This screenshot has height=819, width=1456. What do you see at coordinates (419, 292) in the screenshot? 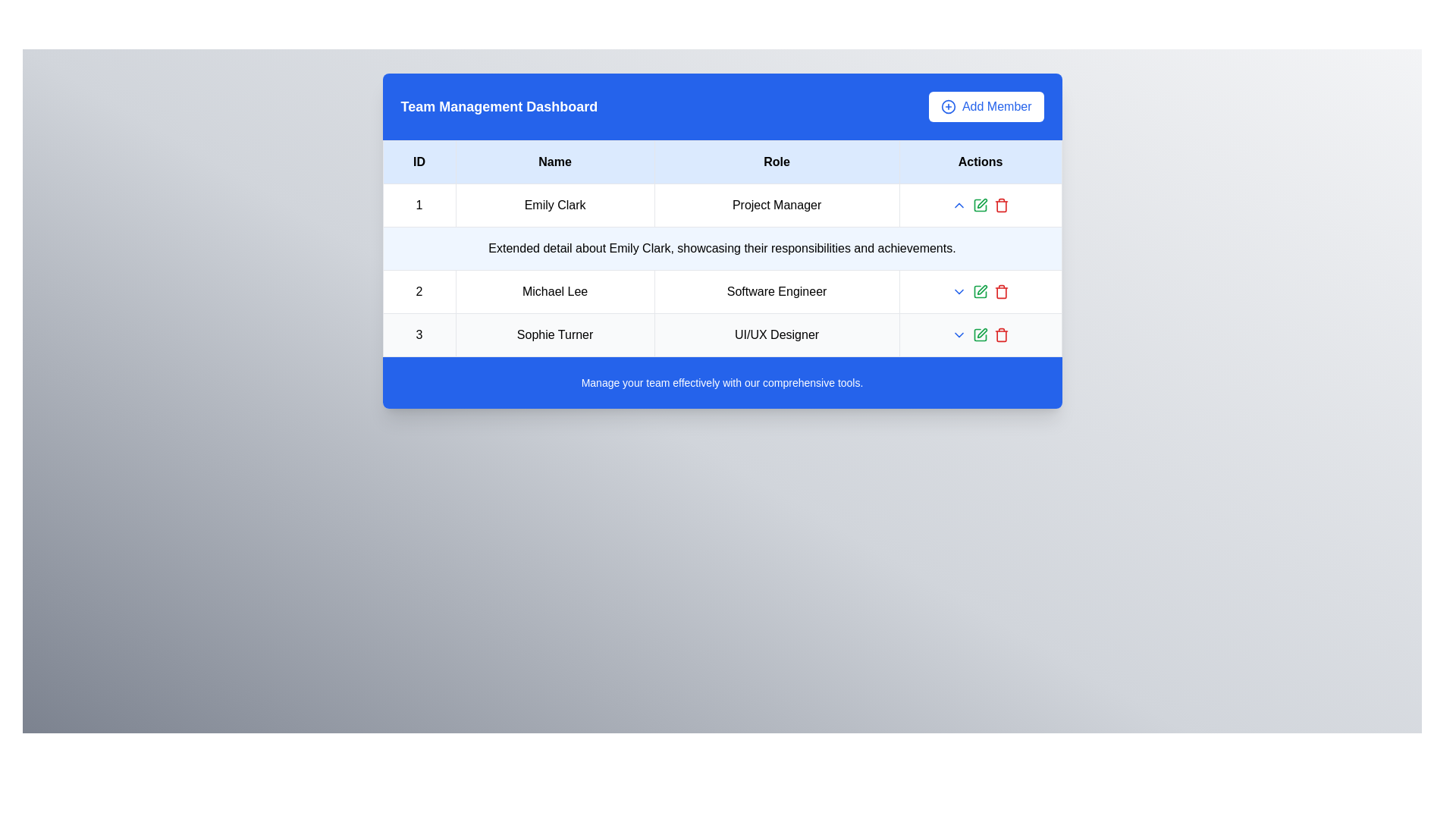
I see `the Static Text Label displaying the number '2', which is styled with a simple black font and is located in the leftmost column of a tabular layout` at bounding box center [419, 292].